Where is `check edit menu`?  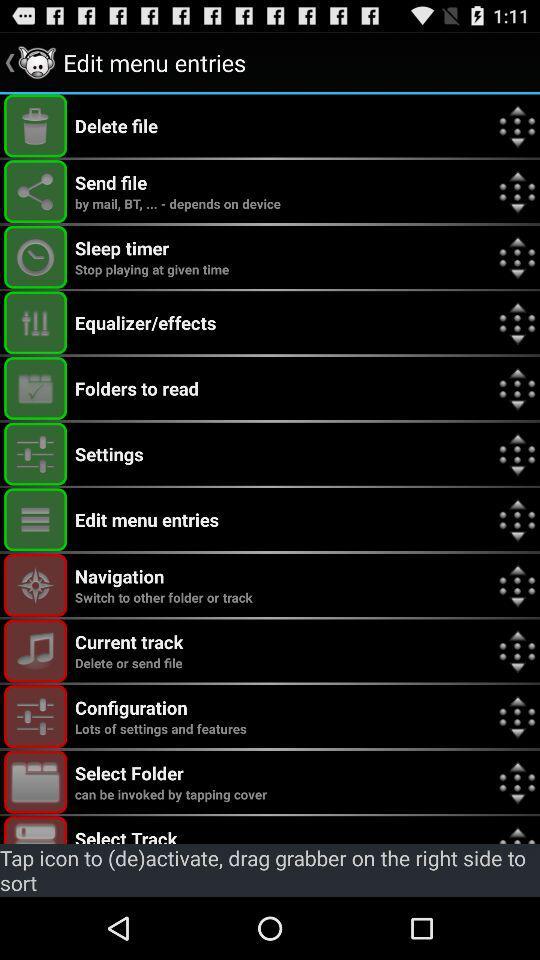
check edit menu is located at coordinates (35, 518).